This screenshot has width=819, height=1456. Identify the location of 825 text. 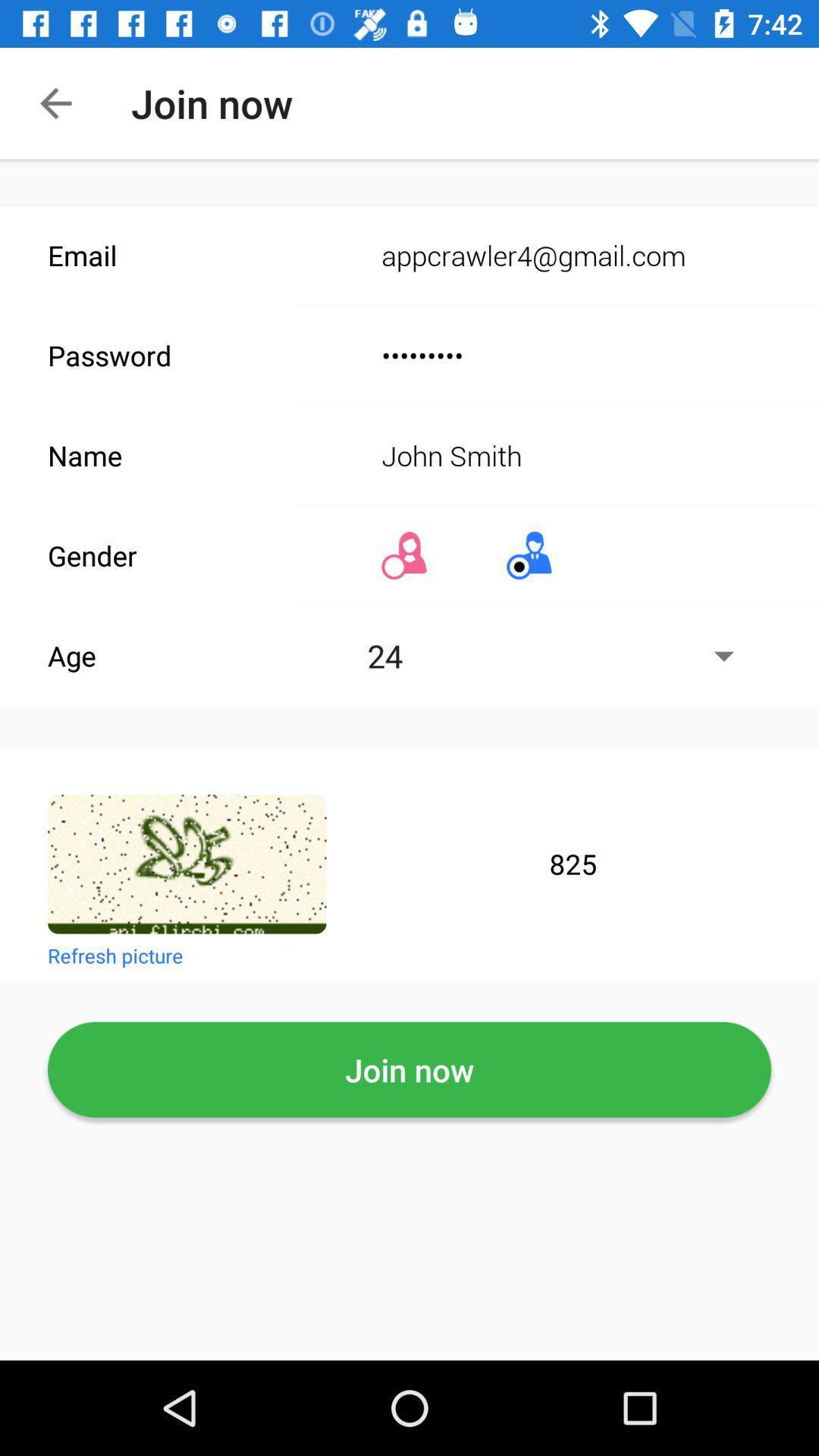
(573, 864).